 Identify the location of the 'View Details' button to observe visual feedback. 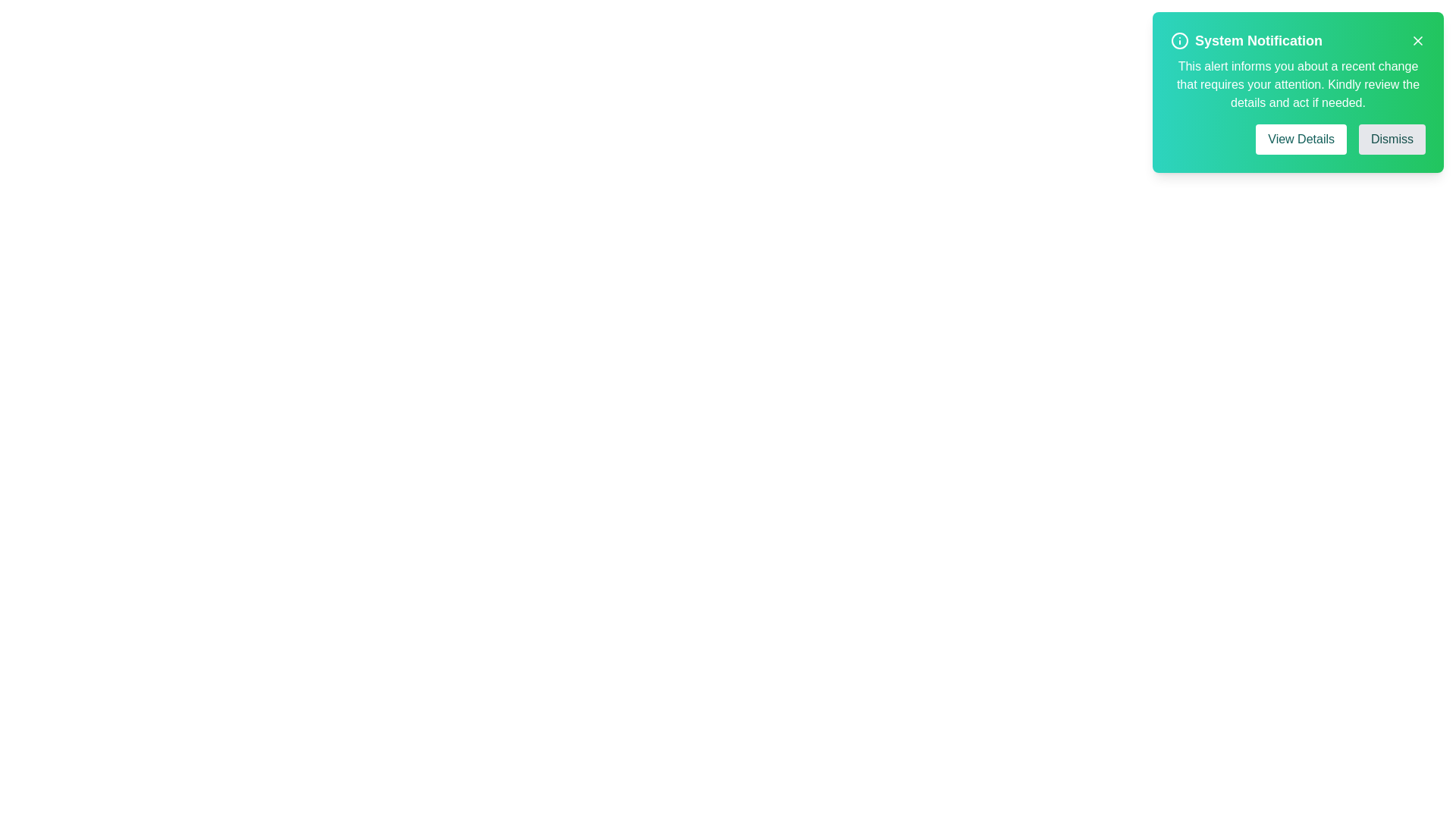
(1301, 140).